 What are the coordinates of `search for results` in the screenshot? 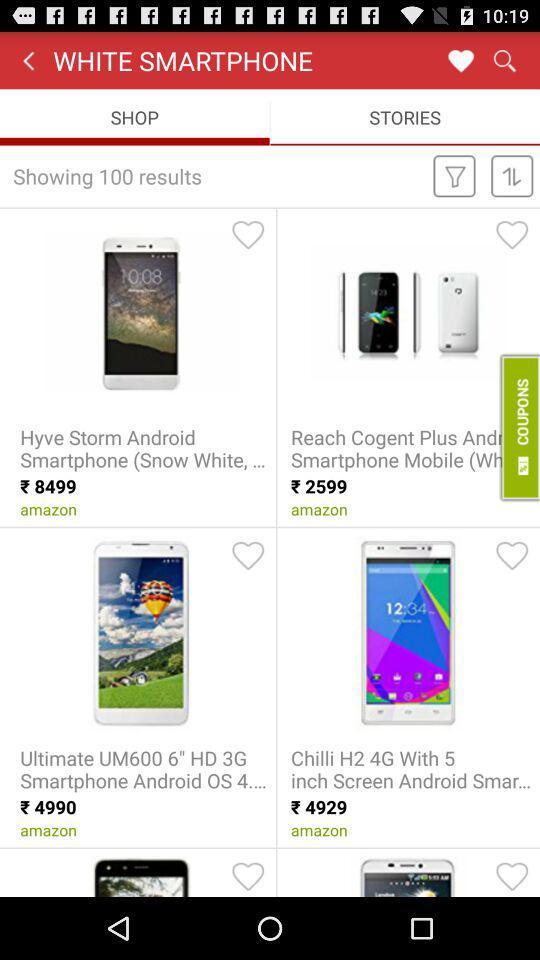 It's located at (503, 59).